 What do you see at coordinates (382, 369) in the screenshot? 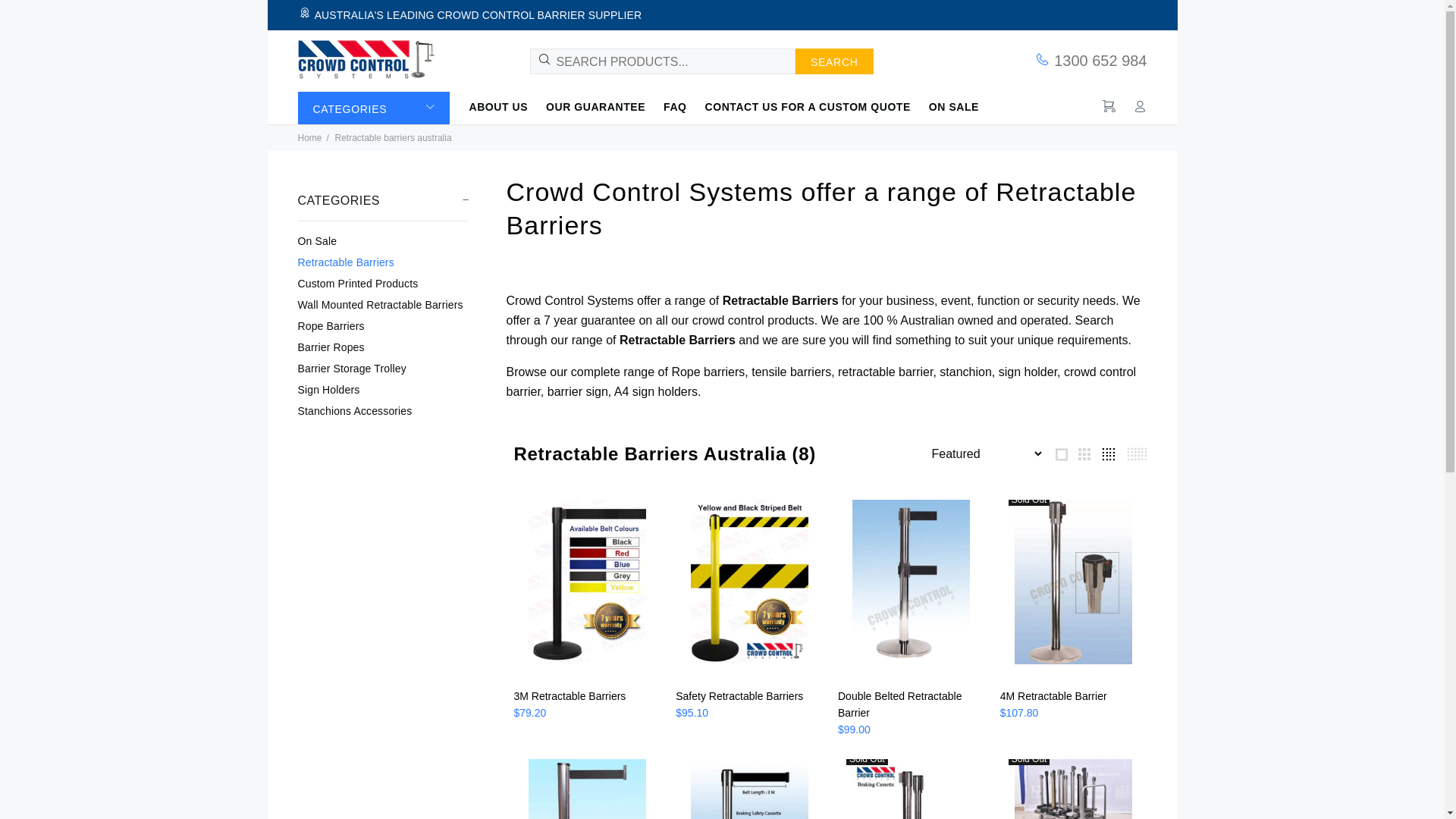
I see `'Barrier Storage Trolley'` at bounding box center [382, 369].